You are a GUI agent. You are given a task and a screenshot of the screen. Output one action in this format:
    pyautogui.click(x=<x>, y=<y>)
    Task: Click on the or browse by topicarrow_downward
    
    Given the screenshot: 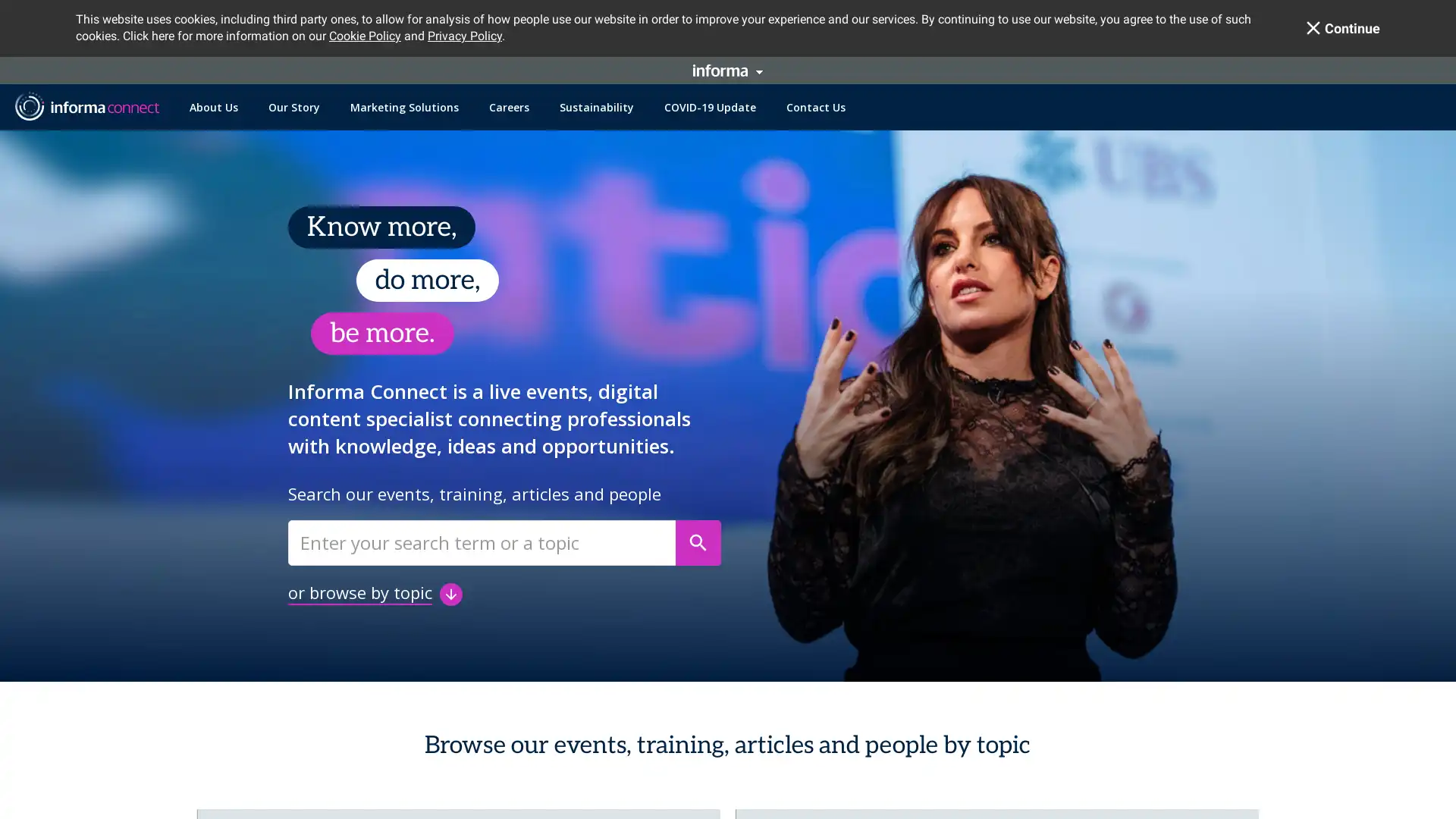 What is the action you would take?
    pyautogui.click(x=375, y=592)
    